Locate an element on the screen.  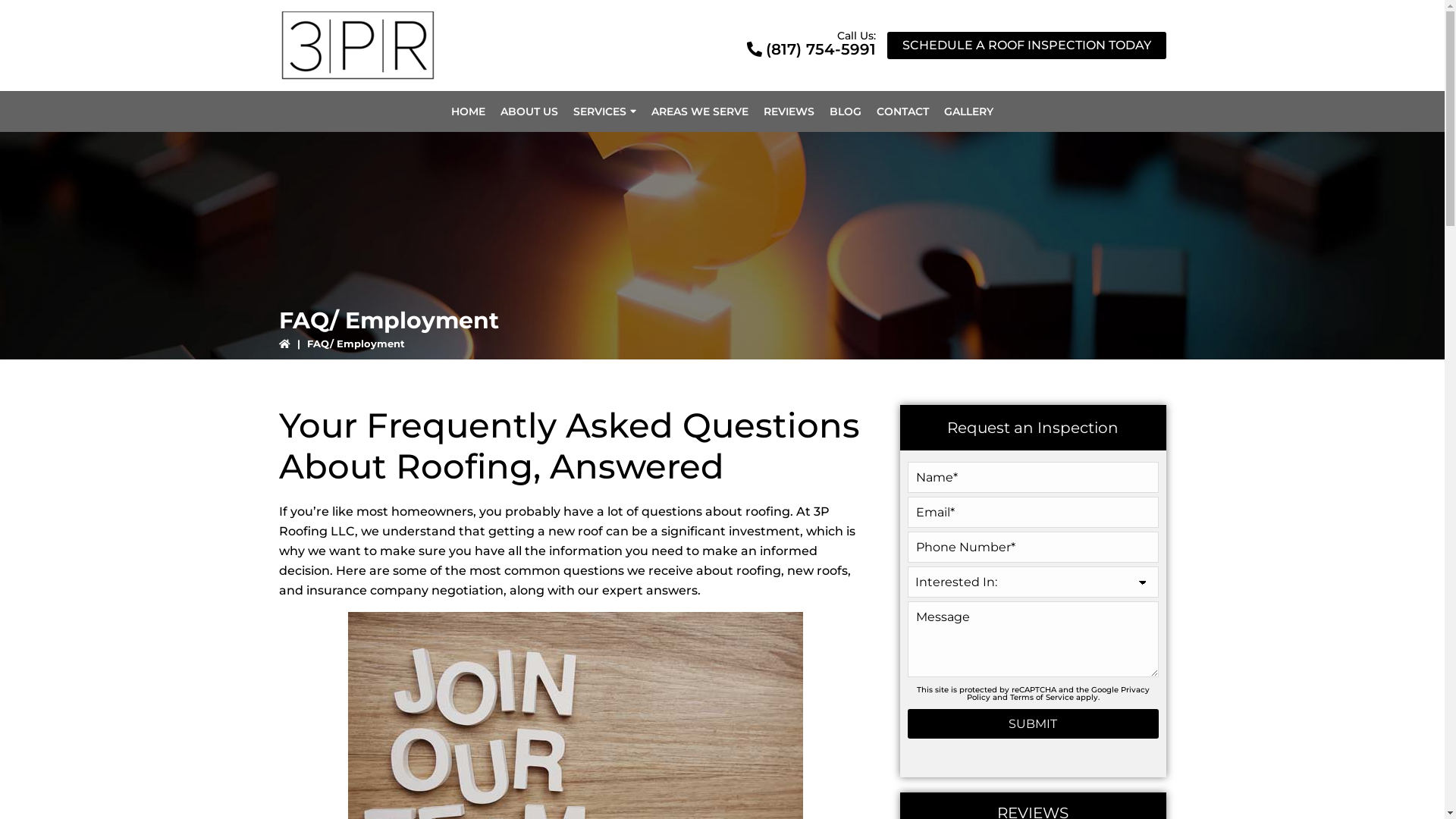
'SERVICES' is located at coordinates (604, 110).